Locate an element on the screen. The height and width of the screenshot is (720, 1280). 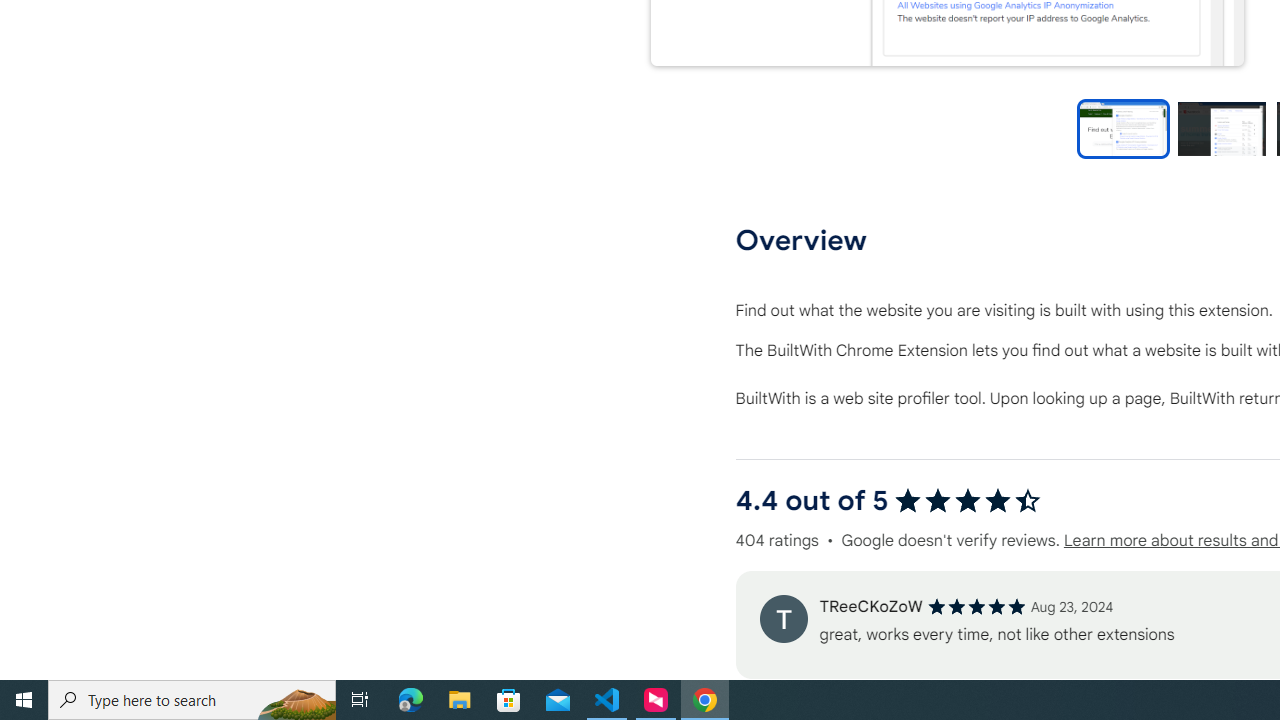
'Preview slide 1' is located at coordinates (1123, 128).